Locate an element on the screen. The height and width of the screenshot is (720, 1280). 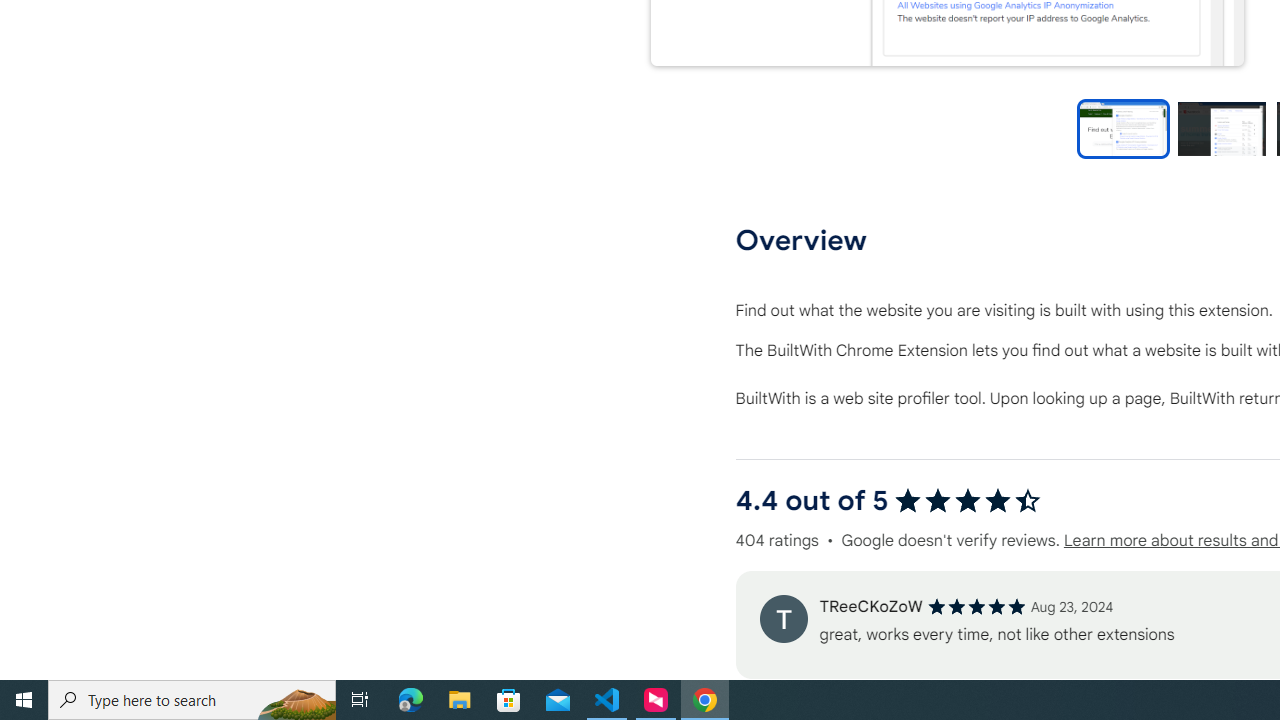
'Preview slide 1' is located at coordinates (1123, 128).